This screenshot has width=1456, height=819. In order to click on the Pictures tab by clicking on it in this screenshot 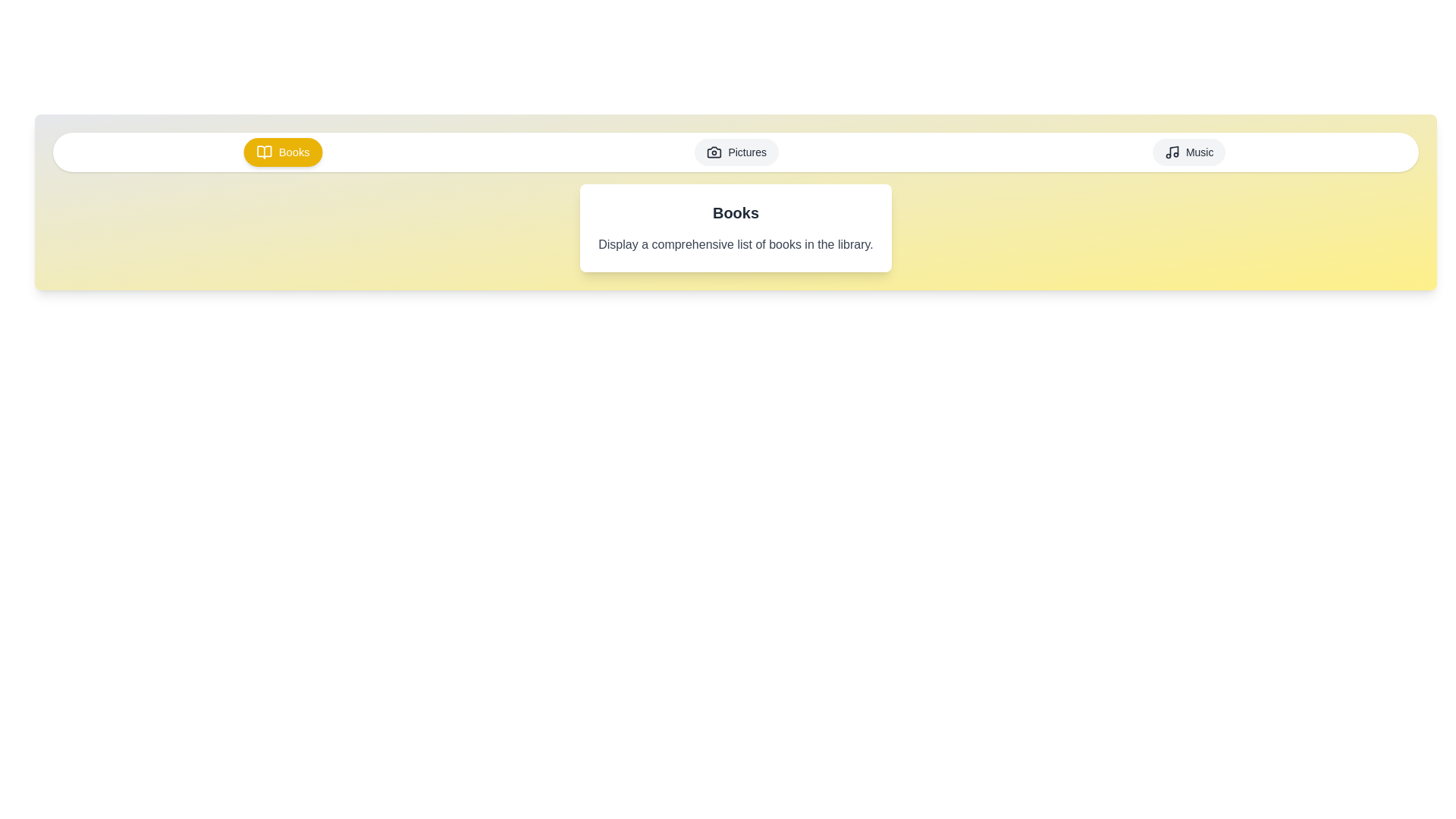, I will do `click(736, 152)`.